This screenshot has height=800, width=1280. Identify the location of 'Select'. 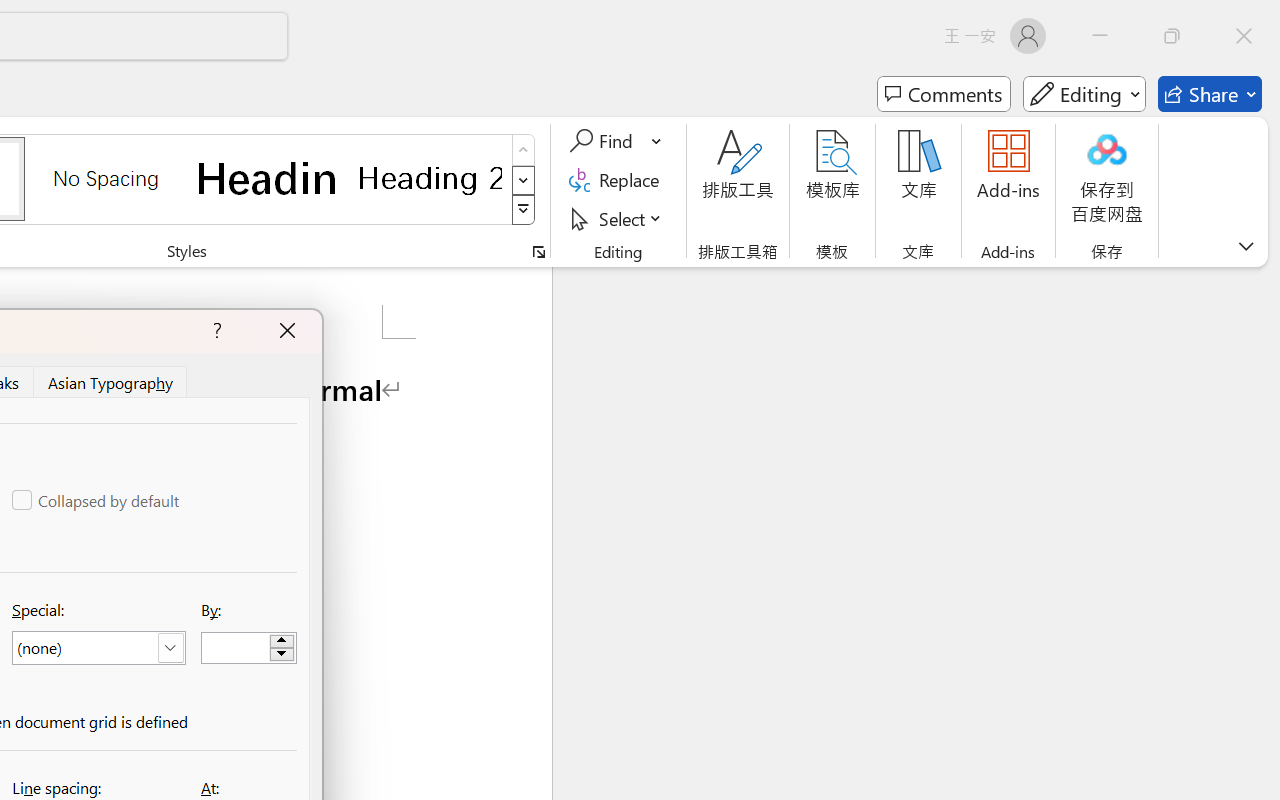
(617, 218).